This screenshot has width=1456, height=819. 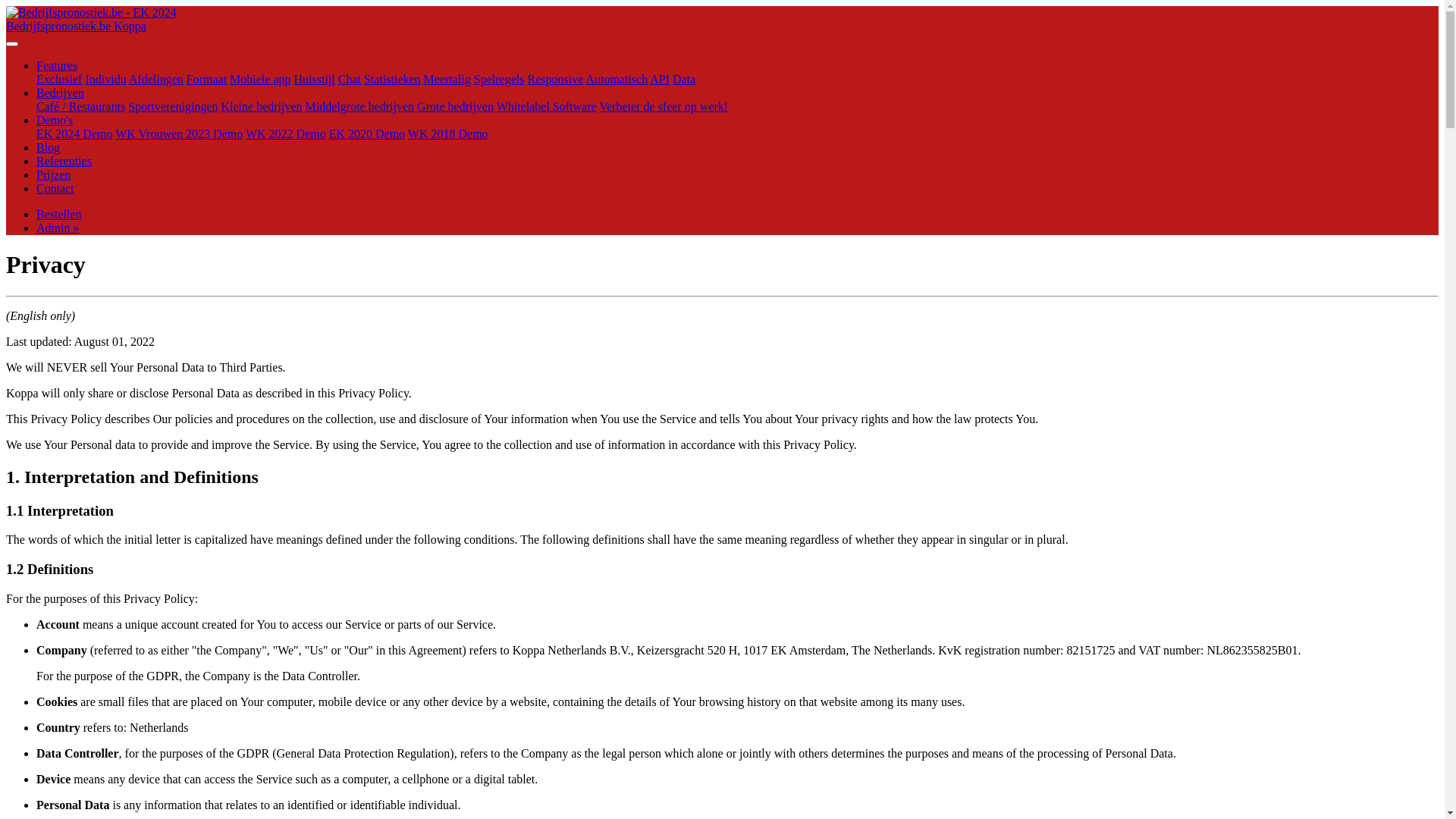 I want to click on 'Individu', so click(x=105, y=79).